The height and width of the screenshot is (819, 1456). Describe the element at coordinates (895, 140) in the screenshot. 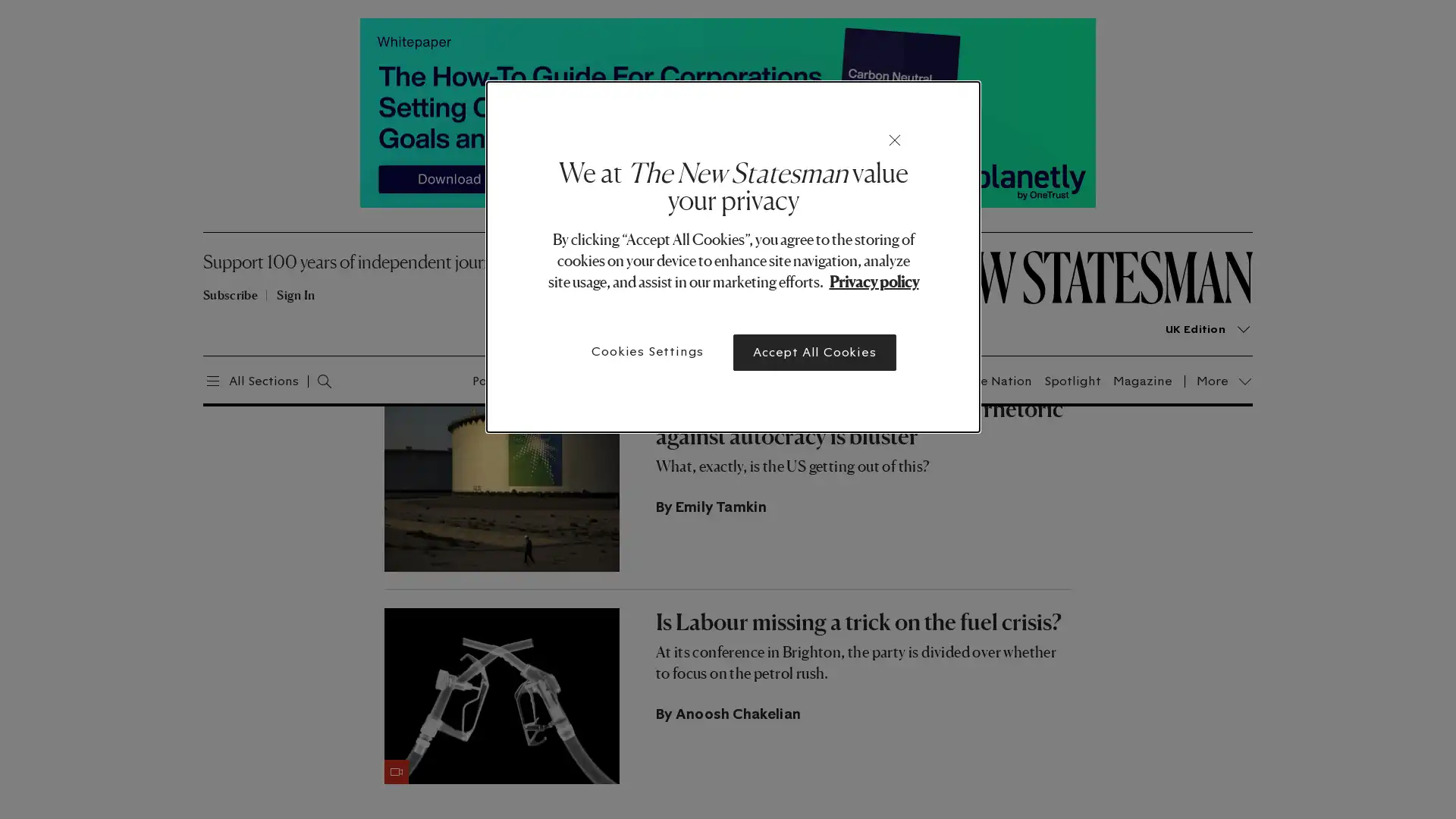

I see `Close` at that location.